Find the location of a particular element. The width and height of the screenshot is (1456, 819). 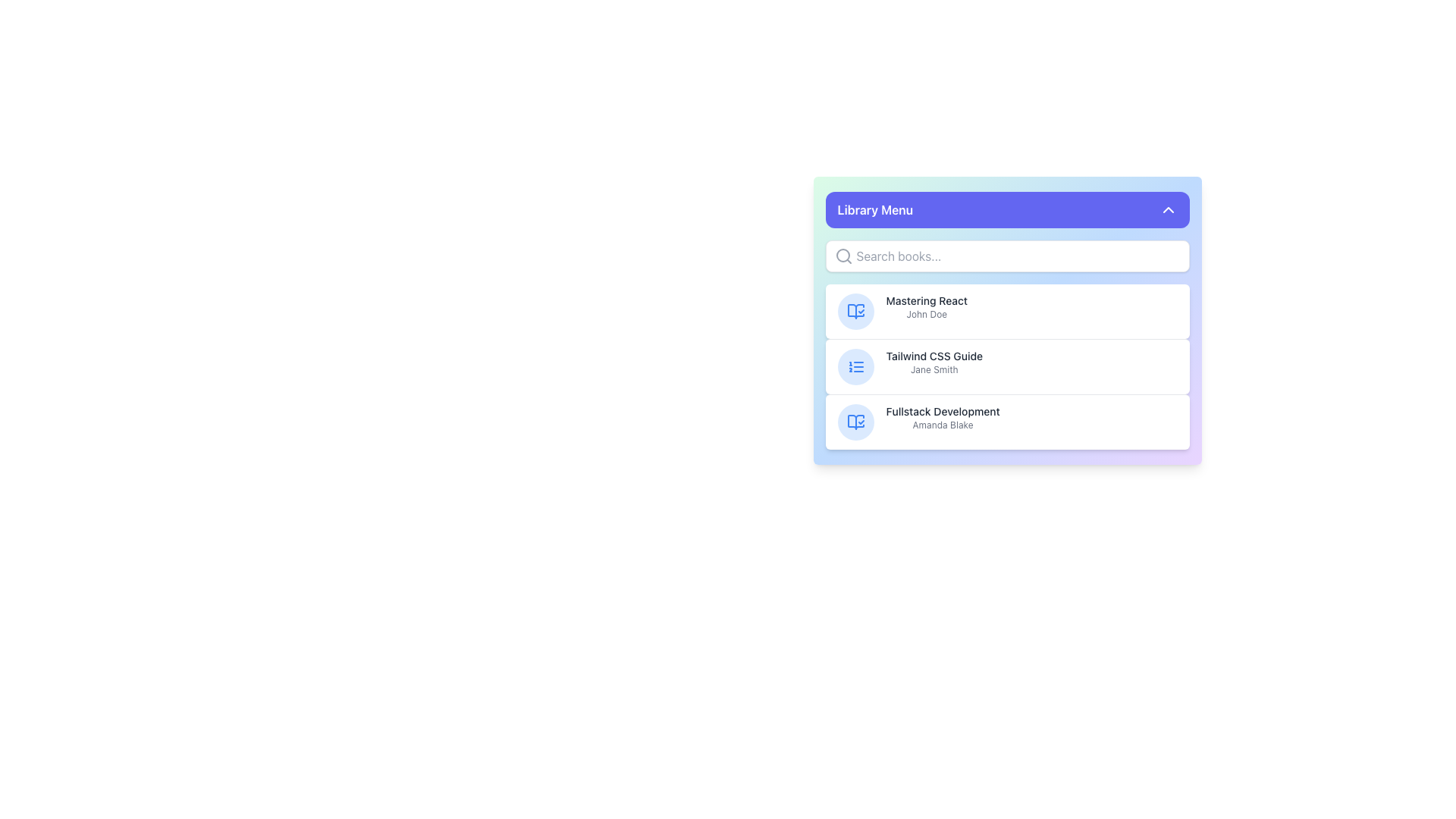

the 'Tailwind CSS Guide' label, which is the primary text of the second entry in the list within the menu, located above the 'Jane Smith' label is located at coordinates (934, 356).